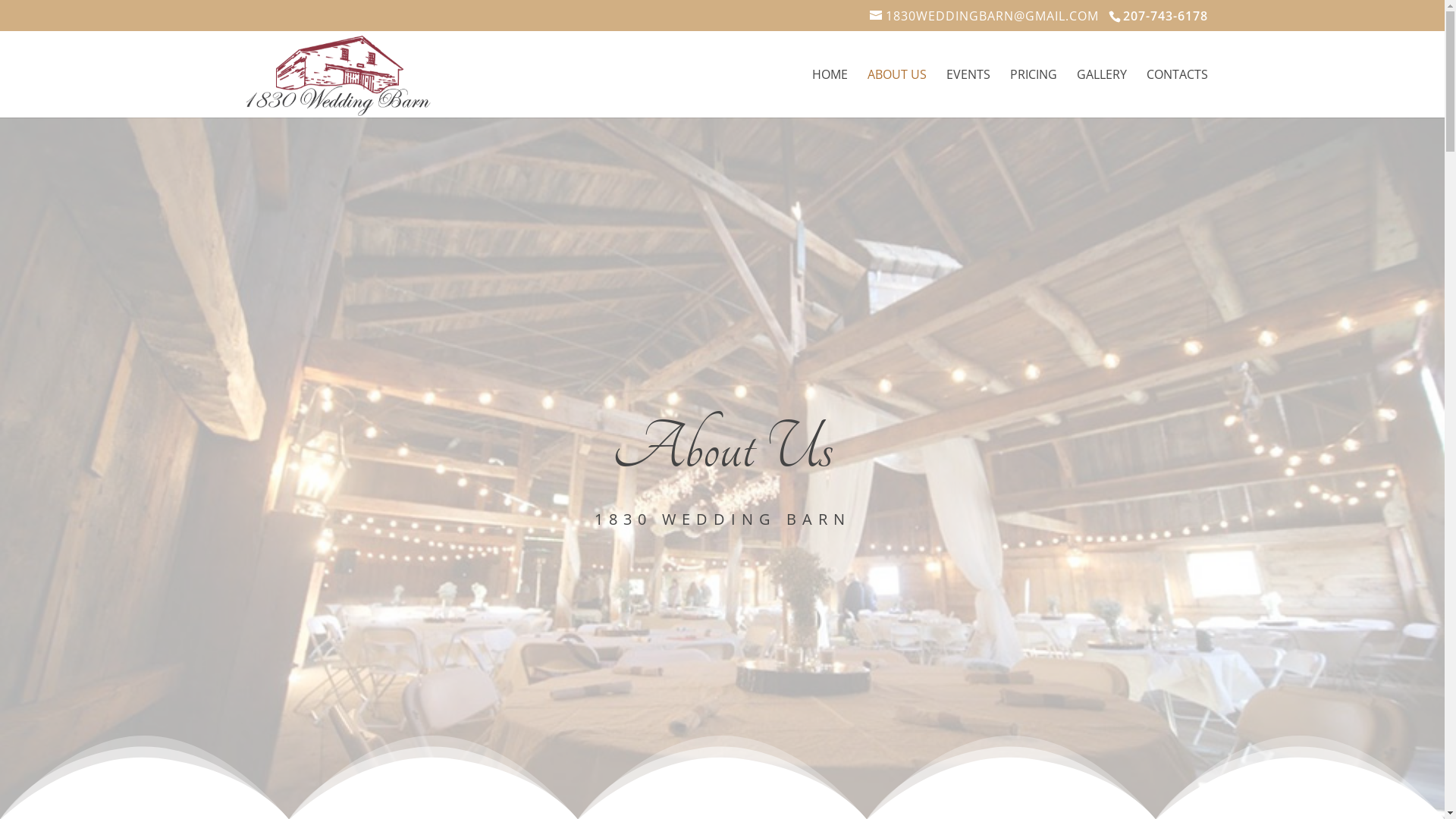  What do you see at coordinates (828, 93) in the screenshot?
I see `'HOME'` at bounding box center [828, 93].